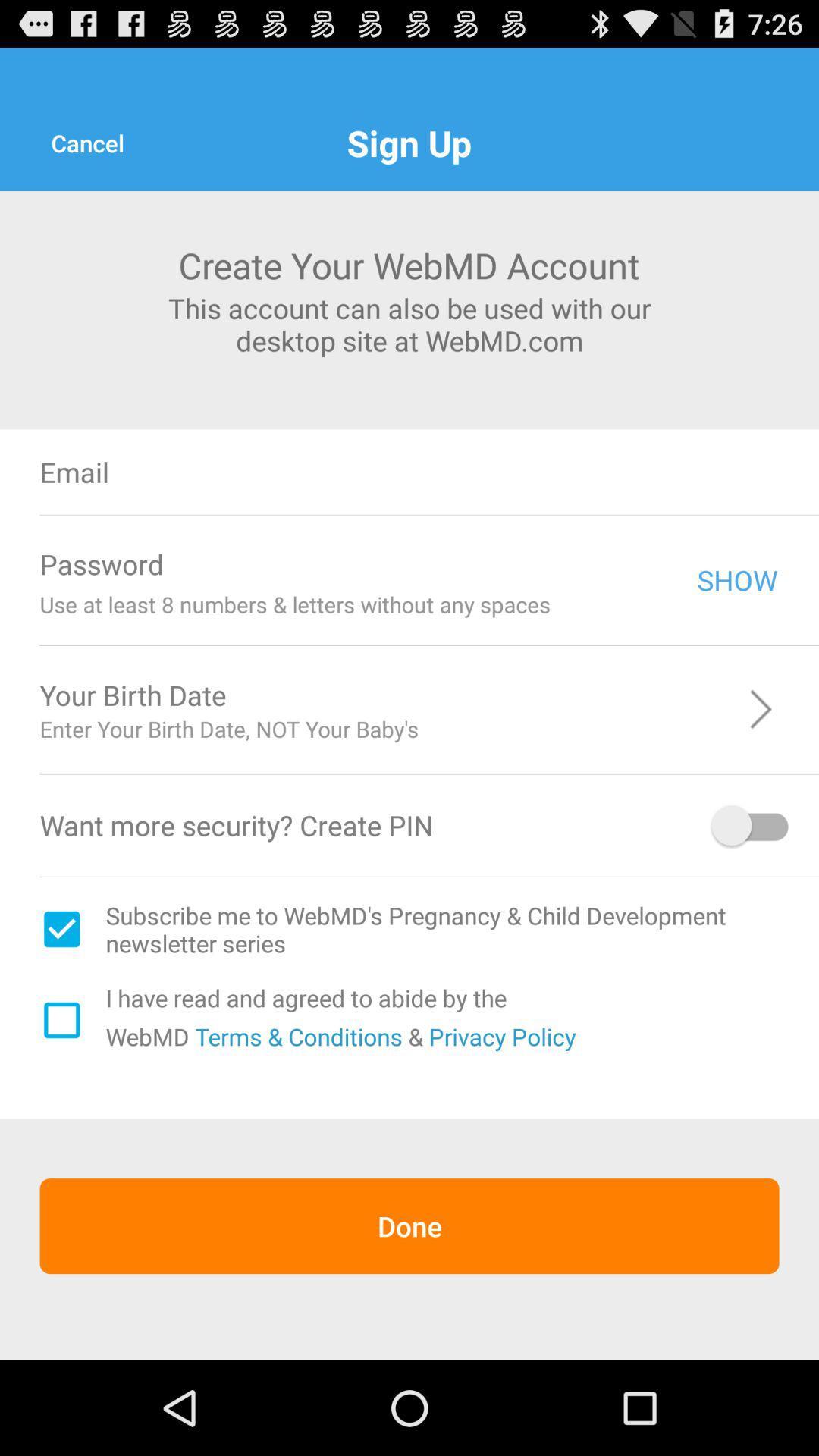  I want to click on consent, so click(61, 1020).